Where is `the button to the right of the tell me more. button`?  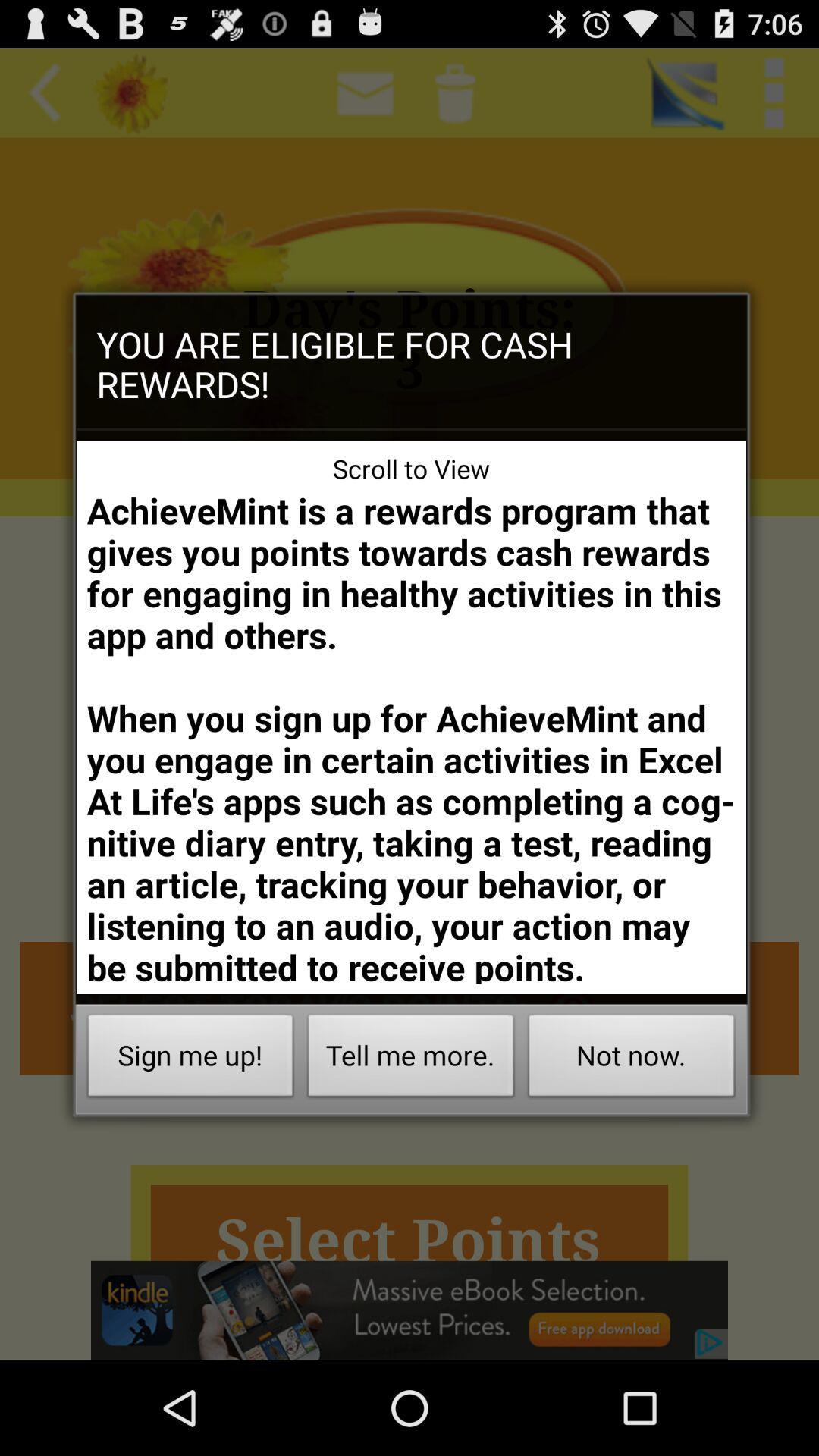 the button to the right of the tell me more. button is located at coordinates (632, 1059).